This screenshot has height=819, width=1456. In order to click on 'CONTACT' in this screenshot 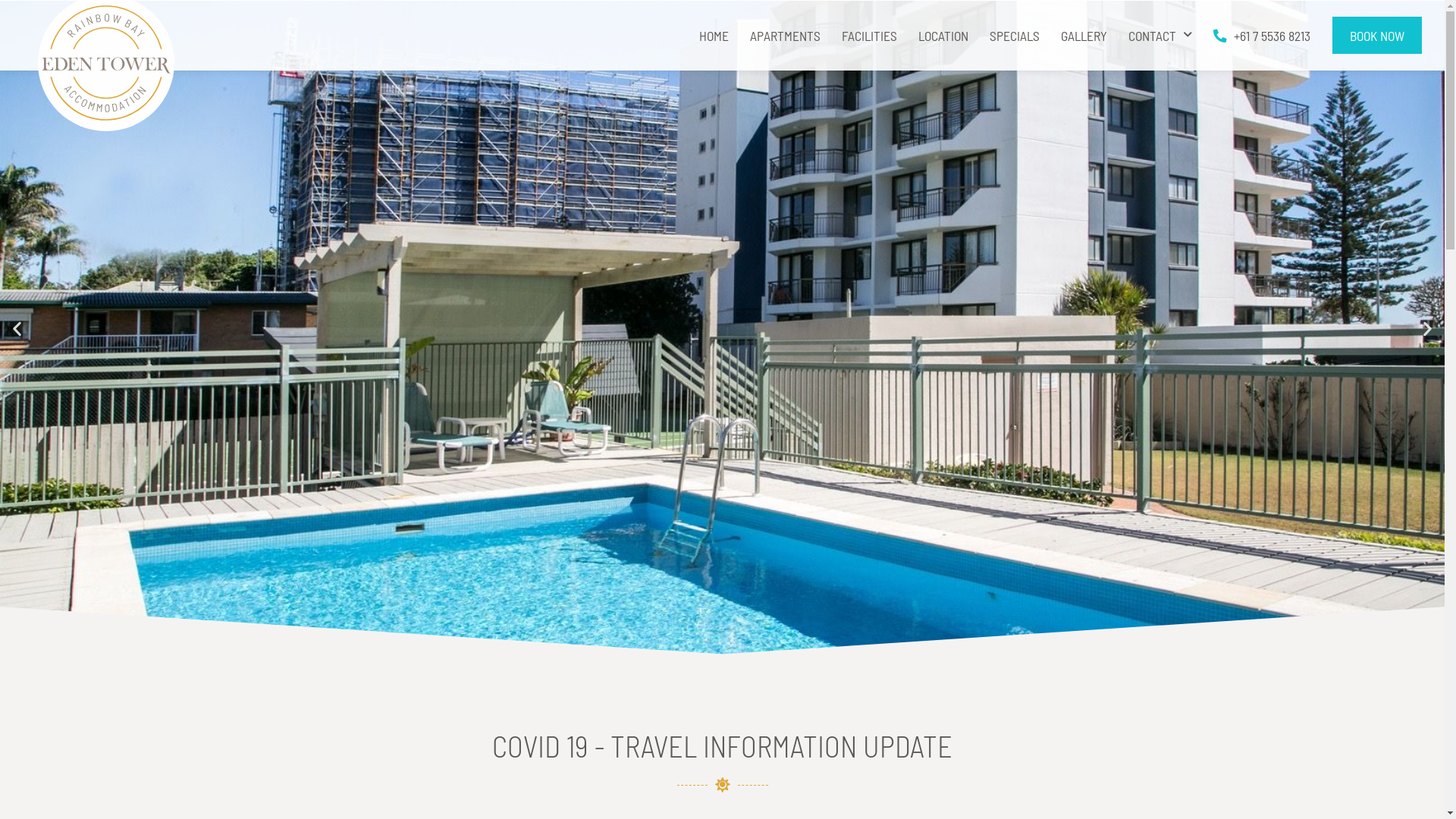, I will do `click(1159, 34)`.